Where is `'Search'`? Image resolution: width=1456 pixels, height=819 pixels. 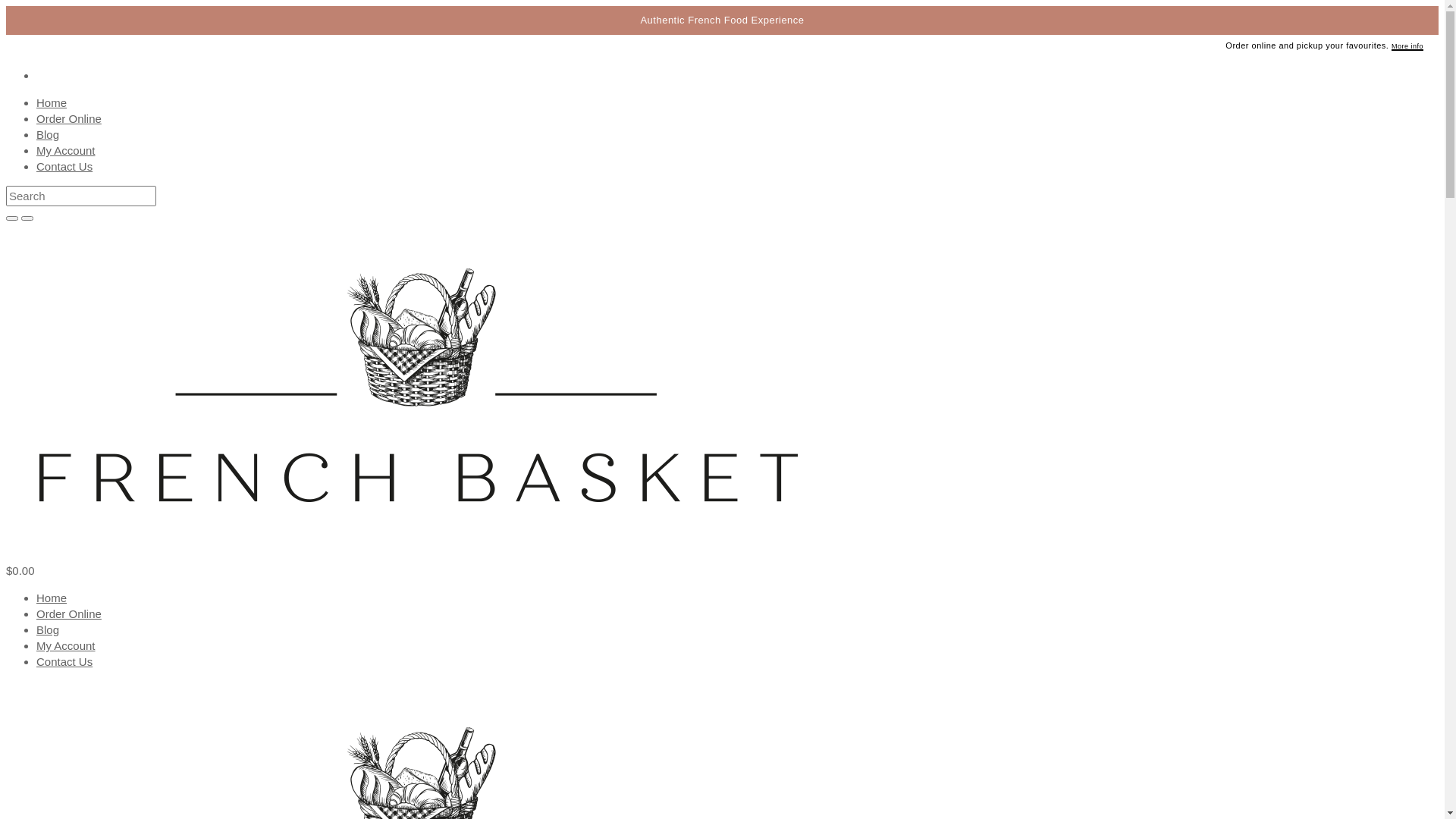 'Search' is located at coordinates (6, 195).